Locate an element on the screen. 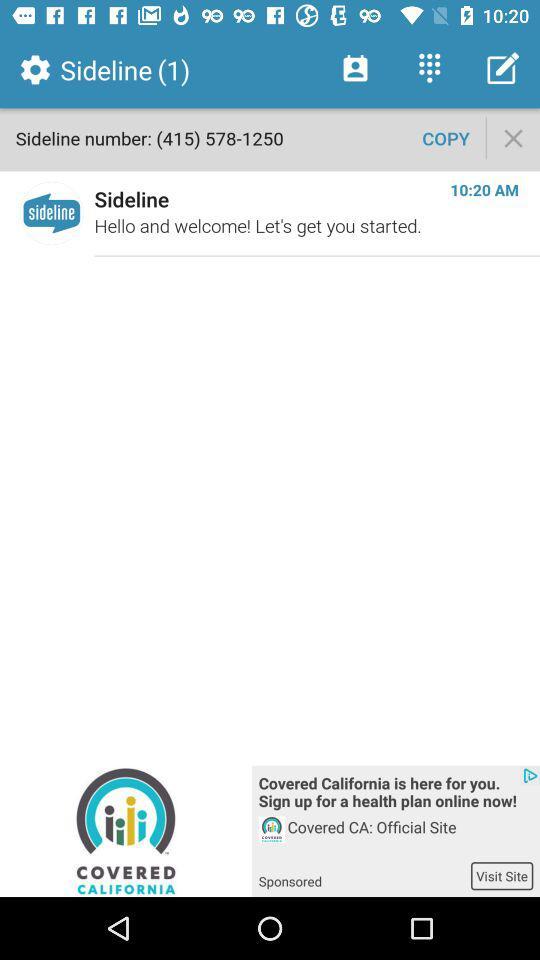 This screenshot has height=960, width=540. the close icon is located at coordinates (513, 137).